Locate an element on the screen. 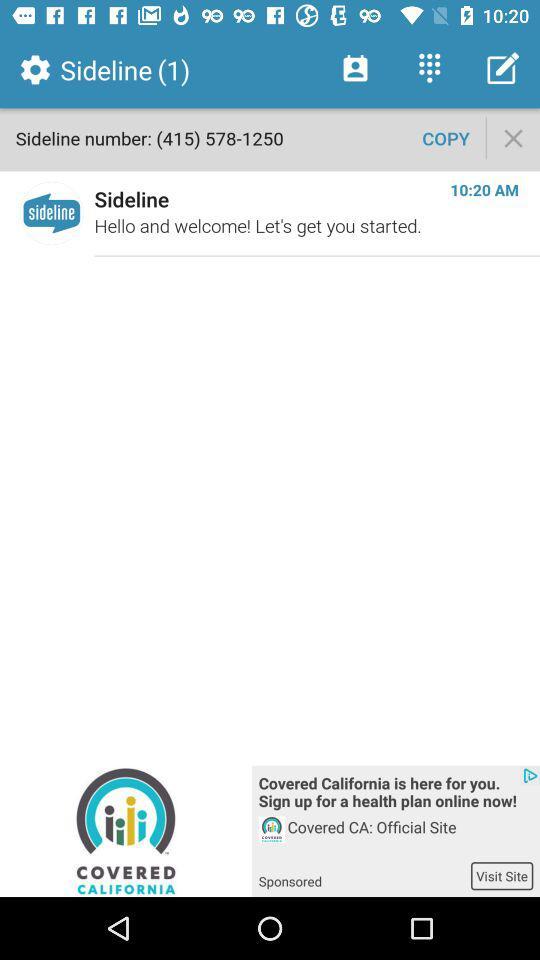 This screenshot has height=960, width=540. the close icon is located at coordinates (513, 137).